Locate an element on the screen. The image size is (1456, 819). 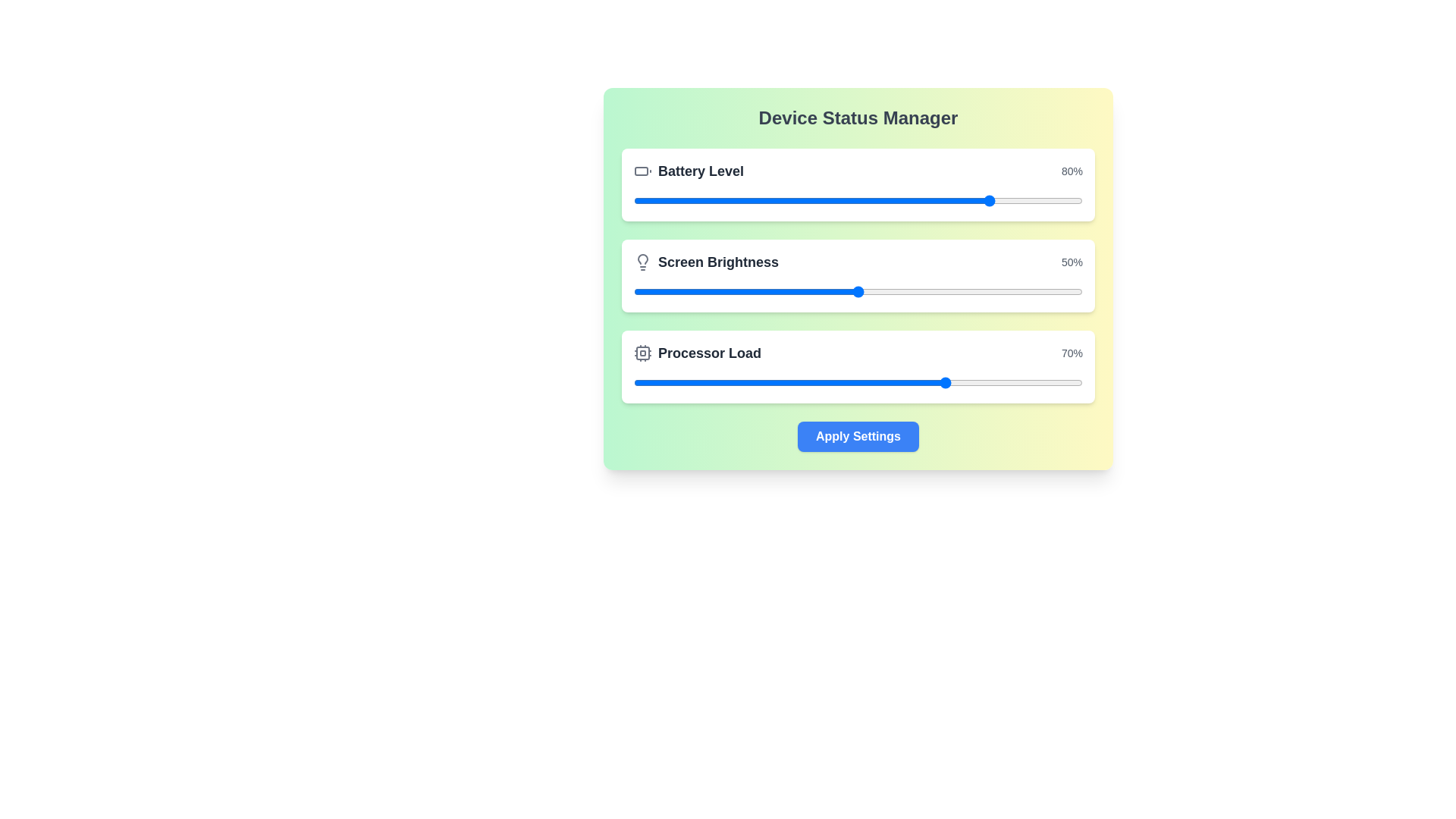
Processor Load is located at coordinates (695, 382).